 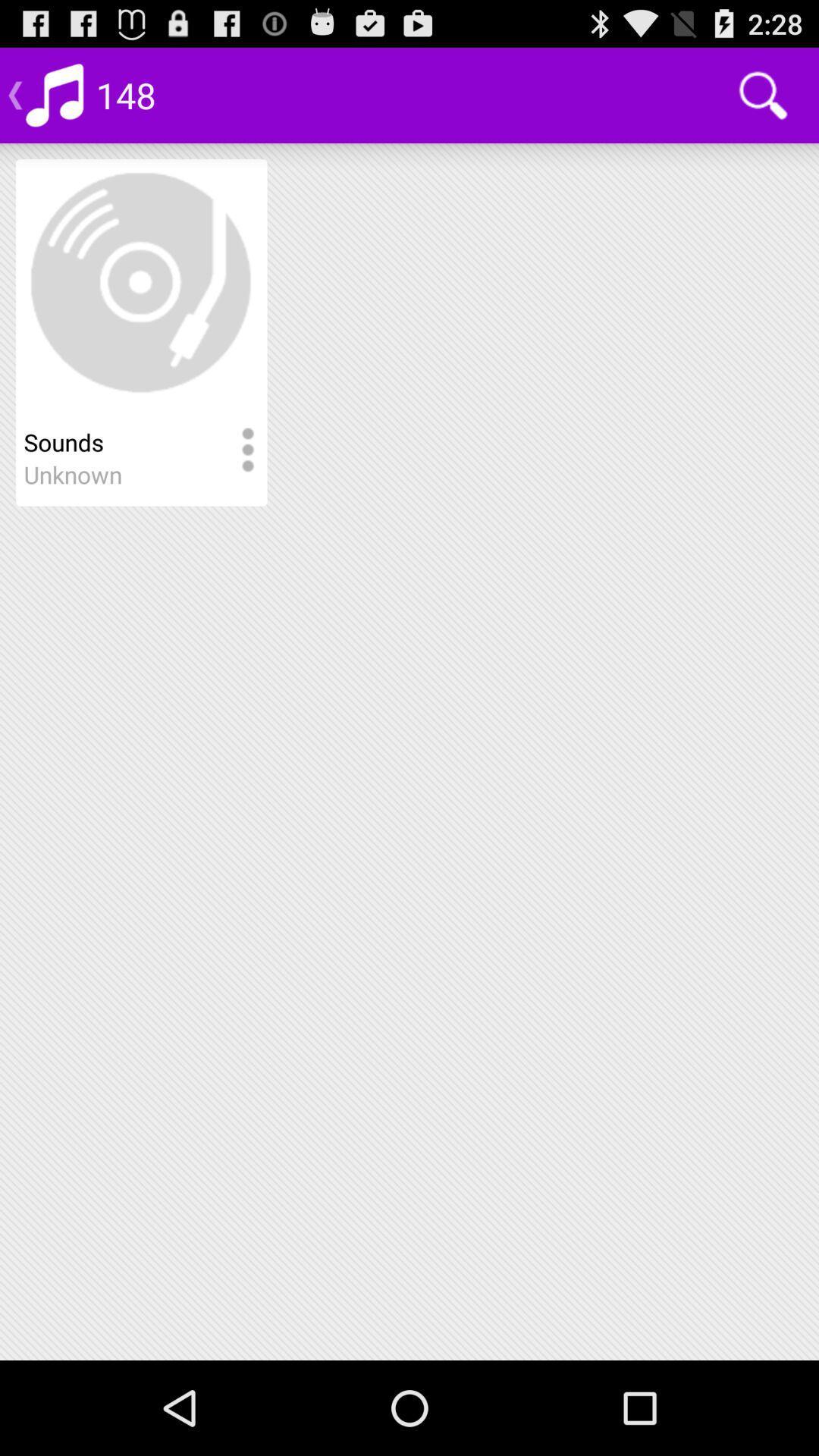 I want to click on open options menu, so click(x=246, y=450).